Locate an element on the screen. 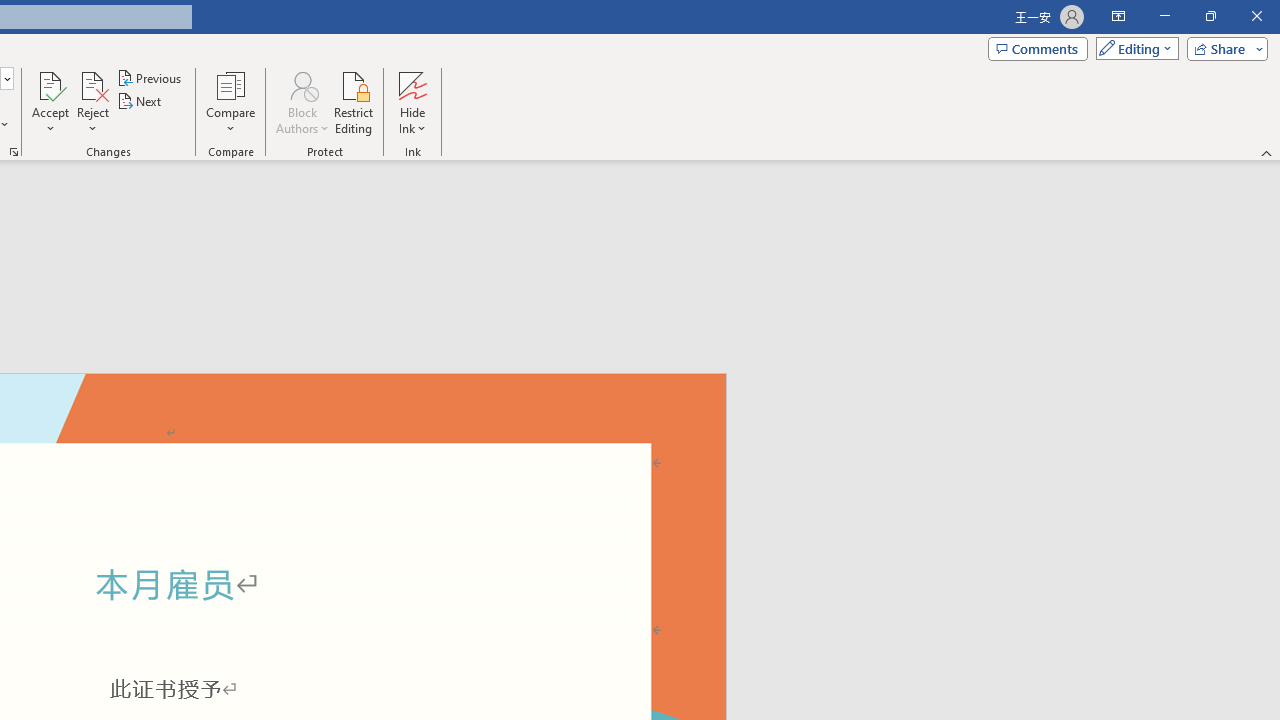  'Restrict Editing' is located at coordinates (353, 103).